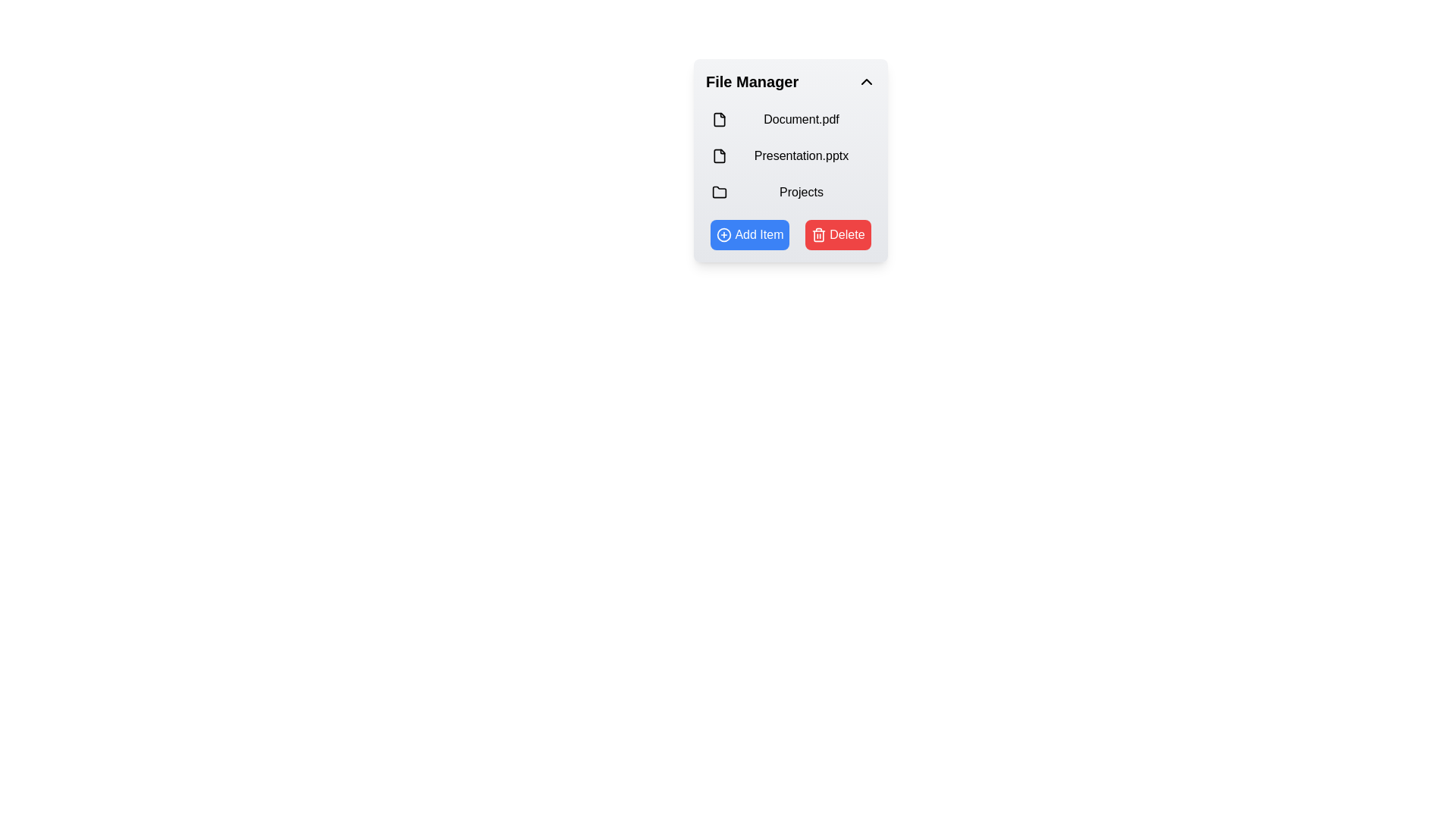 Image resolution: width=1456 pixels, height=819 pixels. Describe the element at coordinates (789, 155) in the screenshot. I see `the list of files and folders within the 'File Manager' interface, which is the second group of elements below the title and above the 'Add Item' and 'Delete' buttons` at that location.